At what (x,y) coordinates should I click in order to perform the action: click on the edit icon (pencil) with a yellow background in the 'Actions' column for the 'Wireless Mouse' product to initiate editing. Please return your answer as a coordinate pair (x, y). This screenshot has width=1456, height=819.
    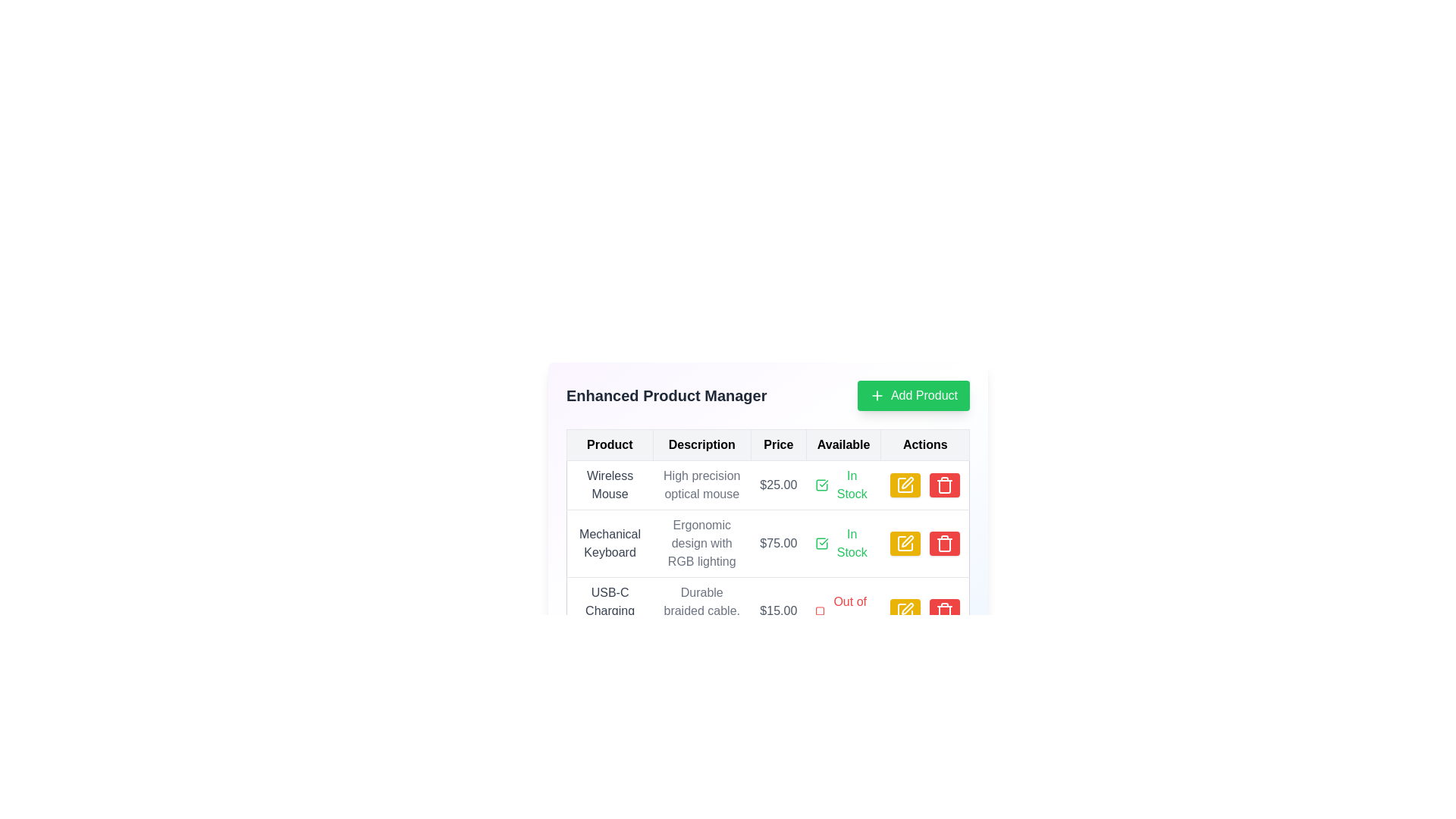
    Looking at the image, I should click on (907, 482).